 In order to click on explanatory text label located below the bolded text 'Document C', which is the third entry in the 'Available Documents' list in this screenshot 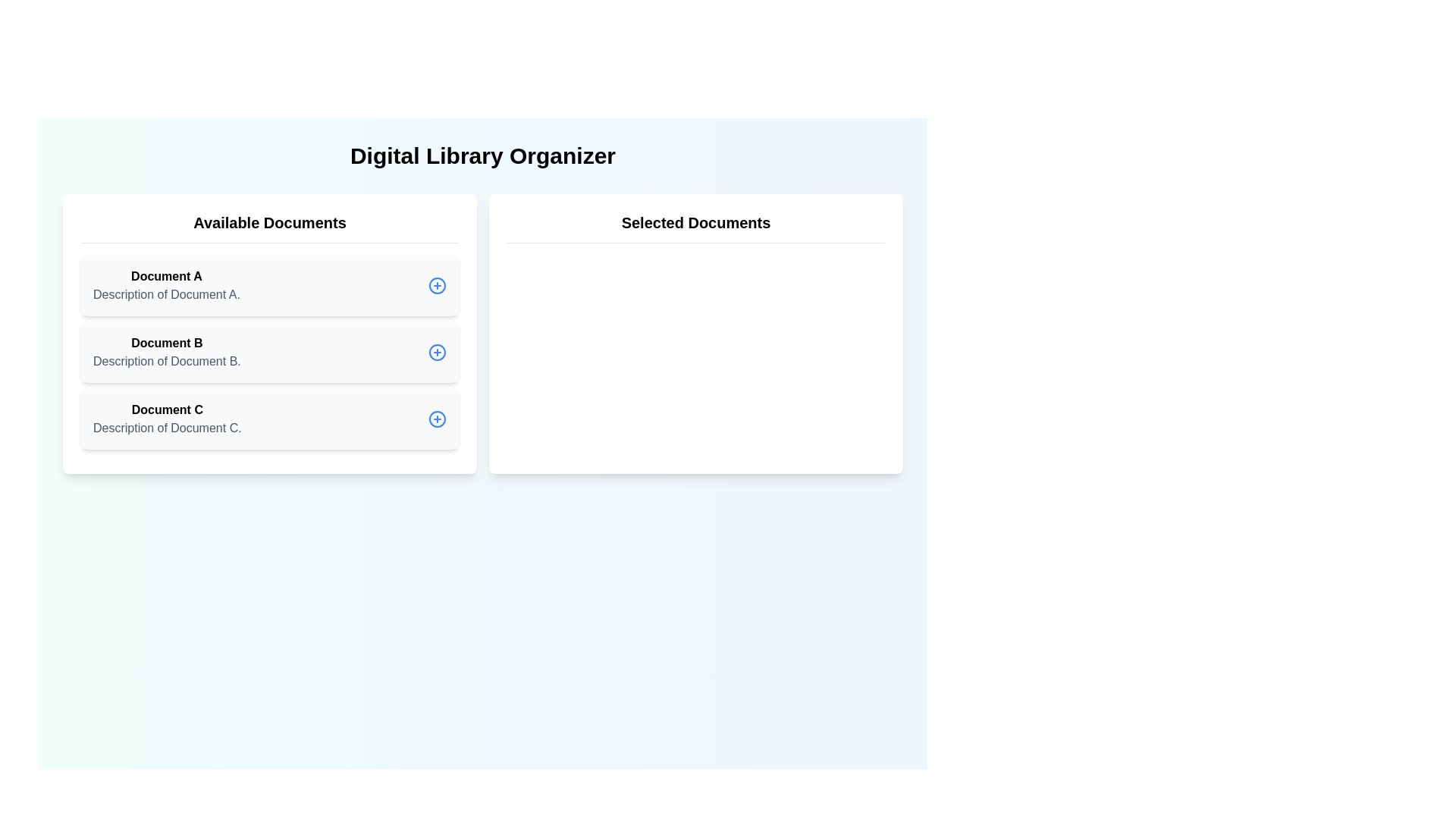, I will do `click(167, 428)`.